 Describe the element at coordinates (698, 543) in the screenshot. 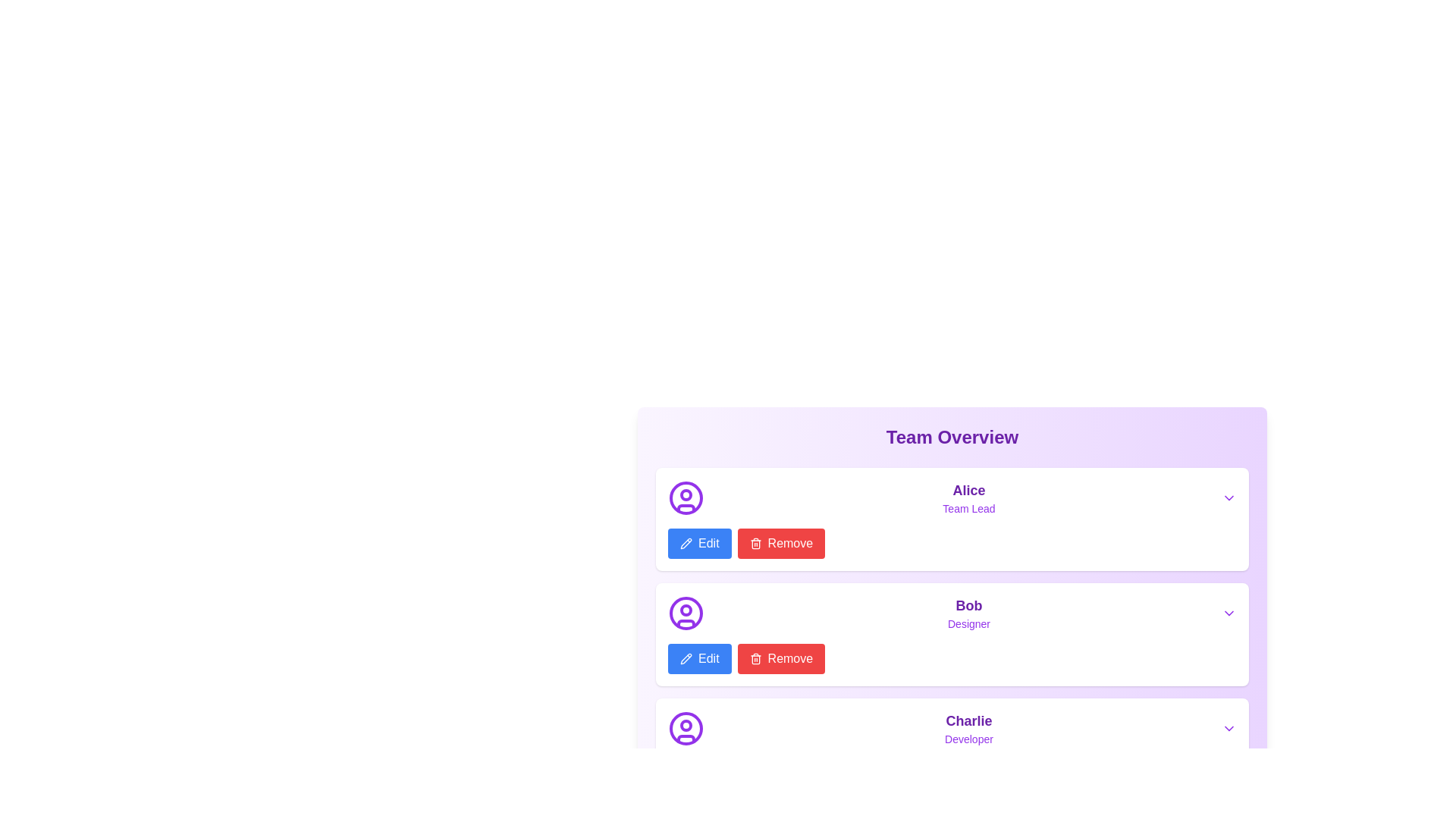

I see `the blue rectangular button labeled 'Edit' with a white pencil icon to initiate the edit action for user 'Alice'` at that location.